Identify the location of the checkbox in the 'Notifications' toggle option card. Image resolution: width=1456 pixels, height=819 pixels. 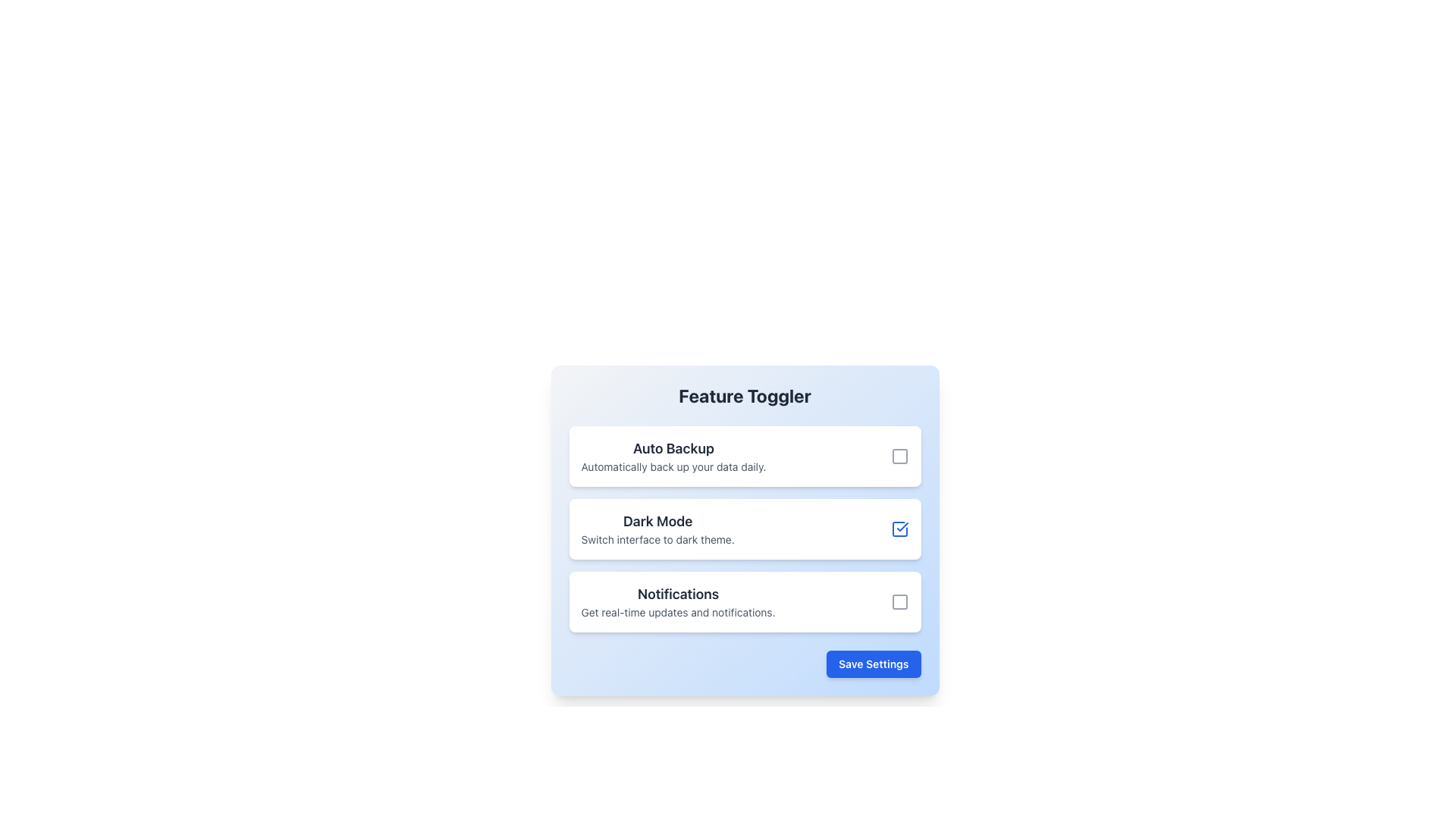
(745, 601).